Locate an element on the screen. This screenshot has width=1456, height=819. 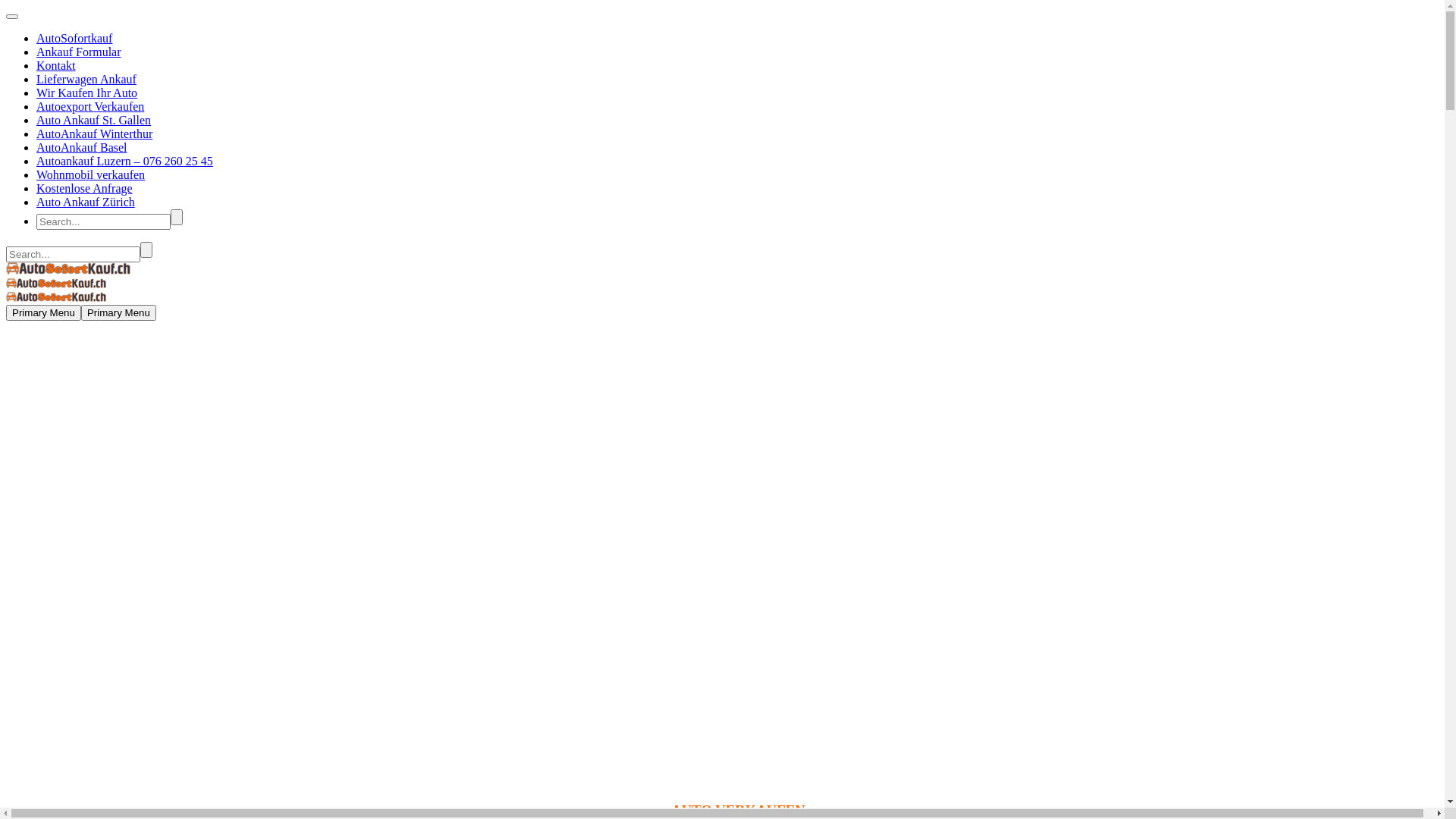
'Auto Ankauf St. Gallen' is located at coordinates (36, 119).